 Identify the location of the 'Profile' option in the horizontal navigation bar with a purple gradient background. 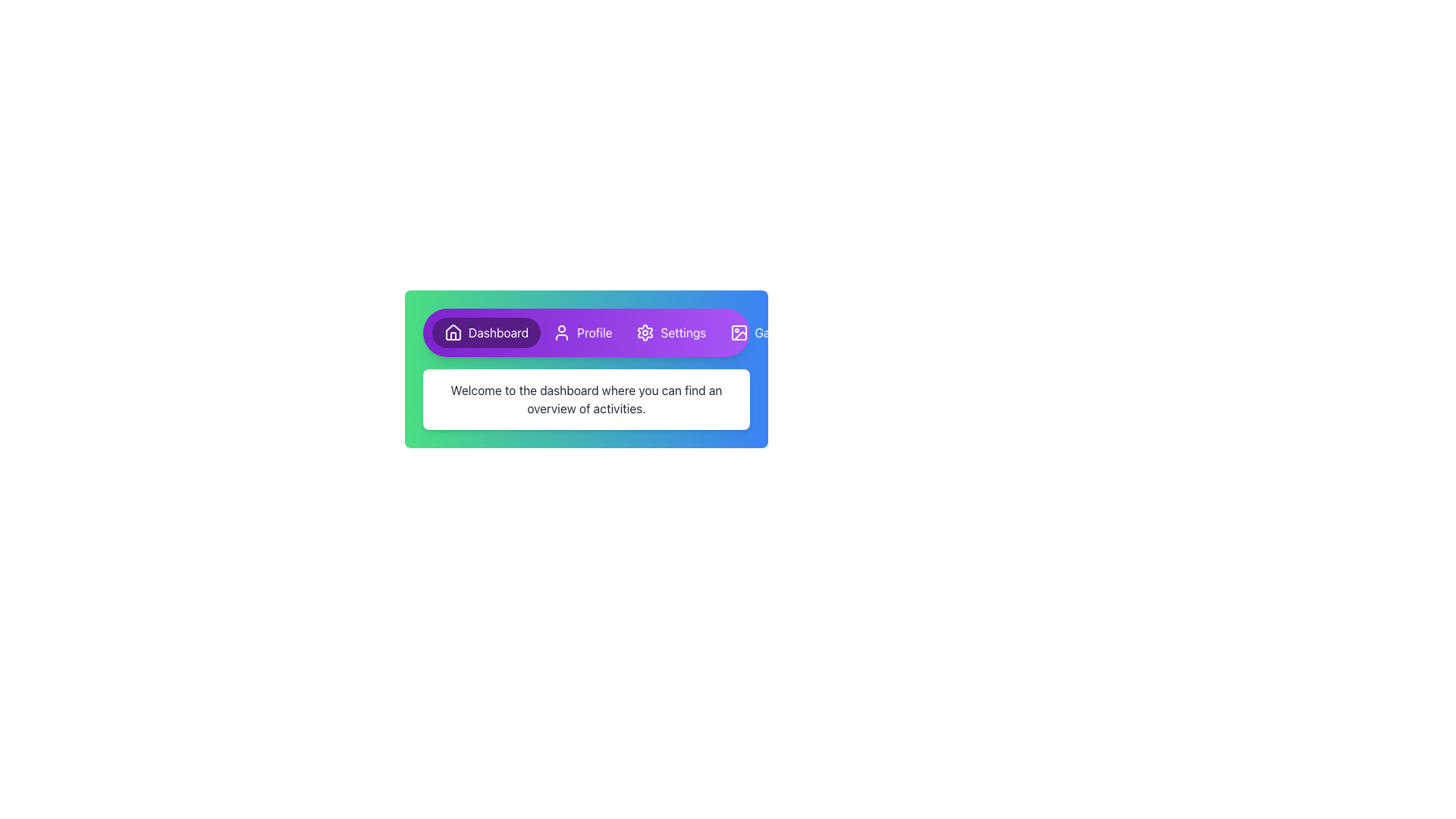
(585, 332).